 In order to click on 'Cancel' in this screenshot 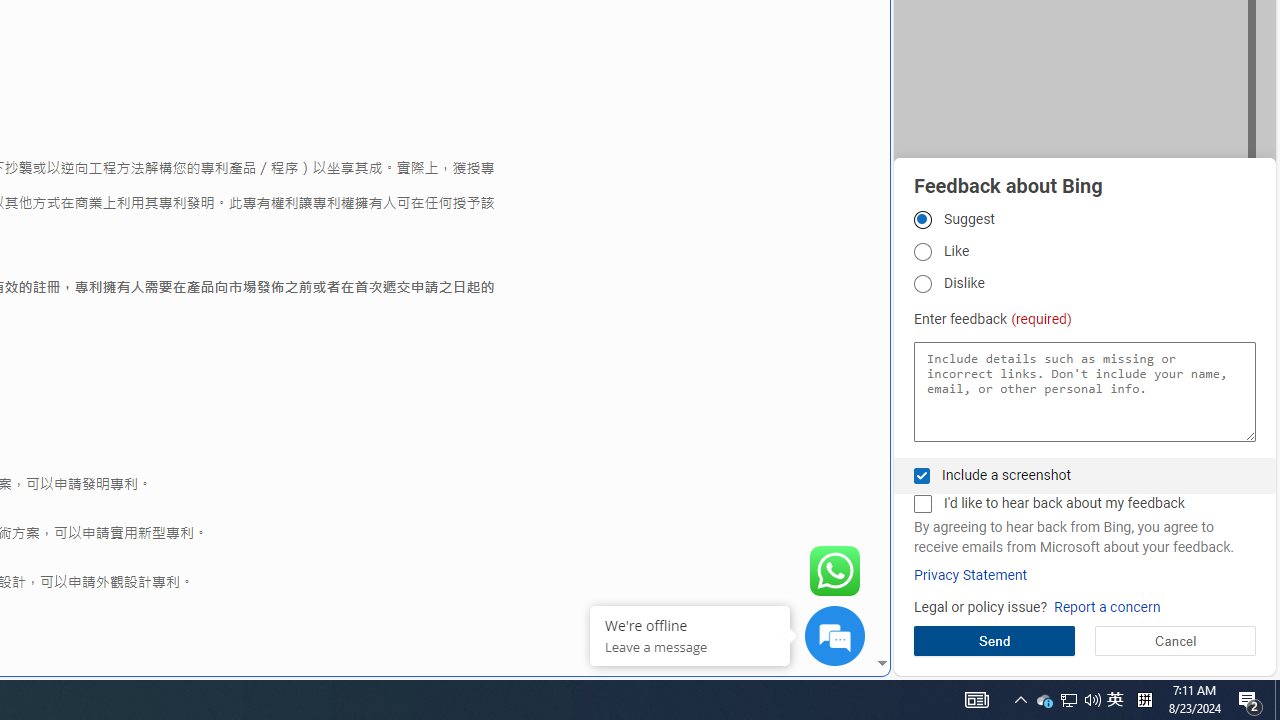, I will do `click(1175, 640)`.